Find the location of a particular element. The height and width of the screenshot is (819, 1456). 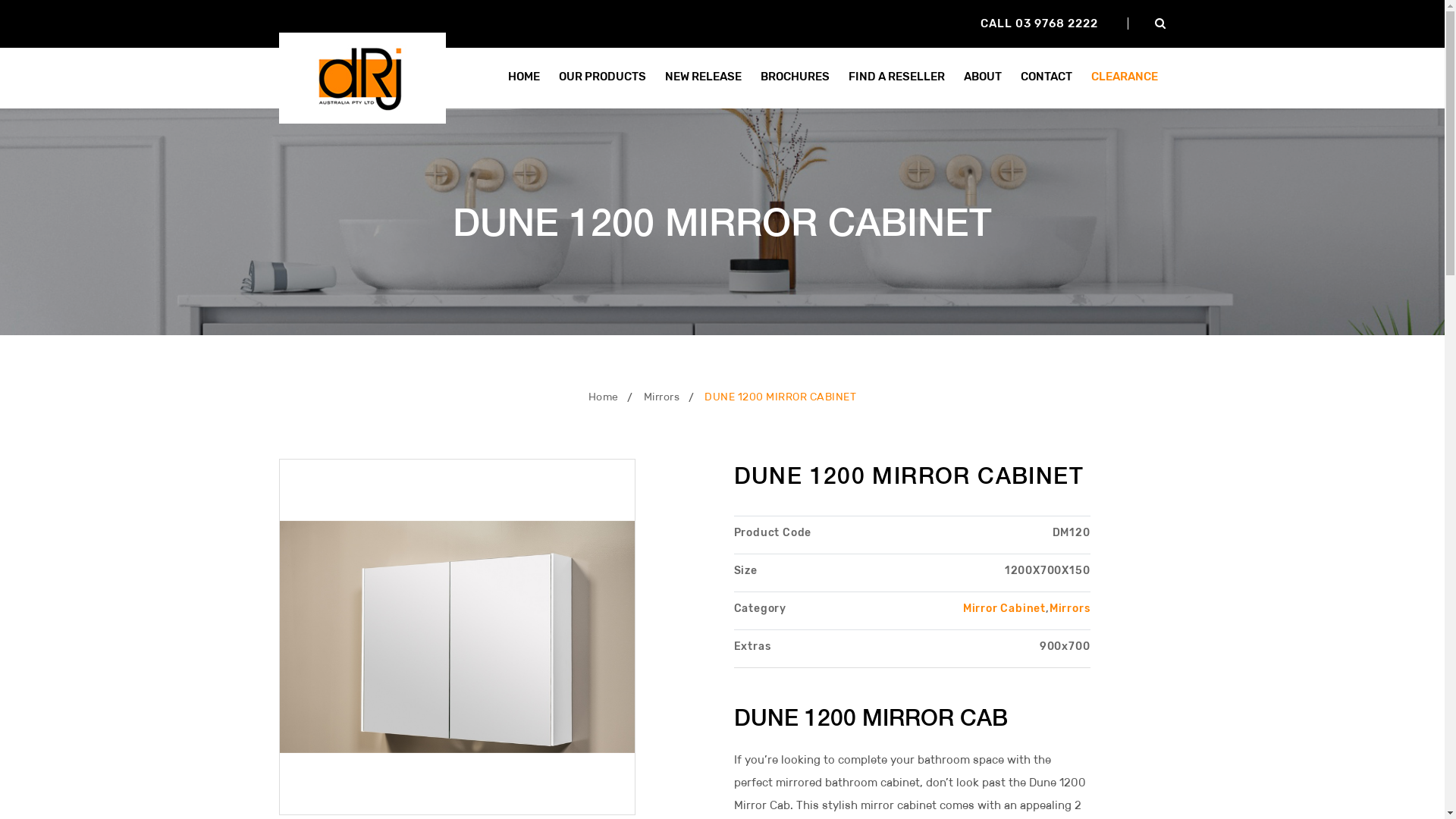

'CLEARANCE' is located at coordinates (1082, 77).